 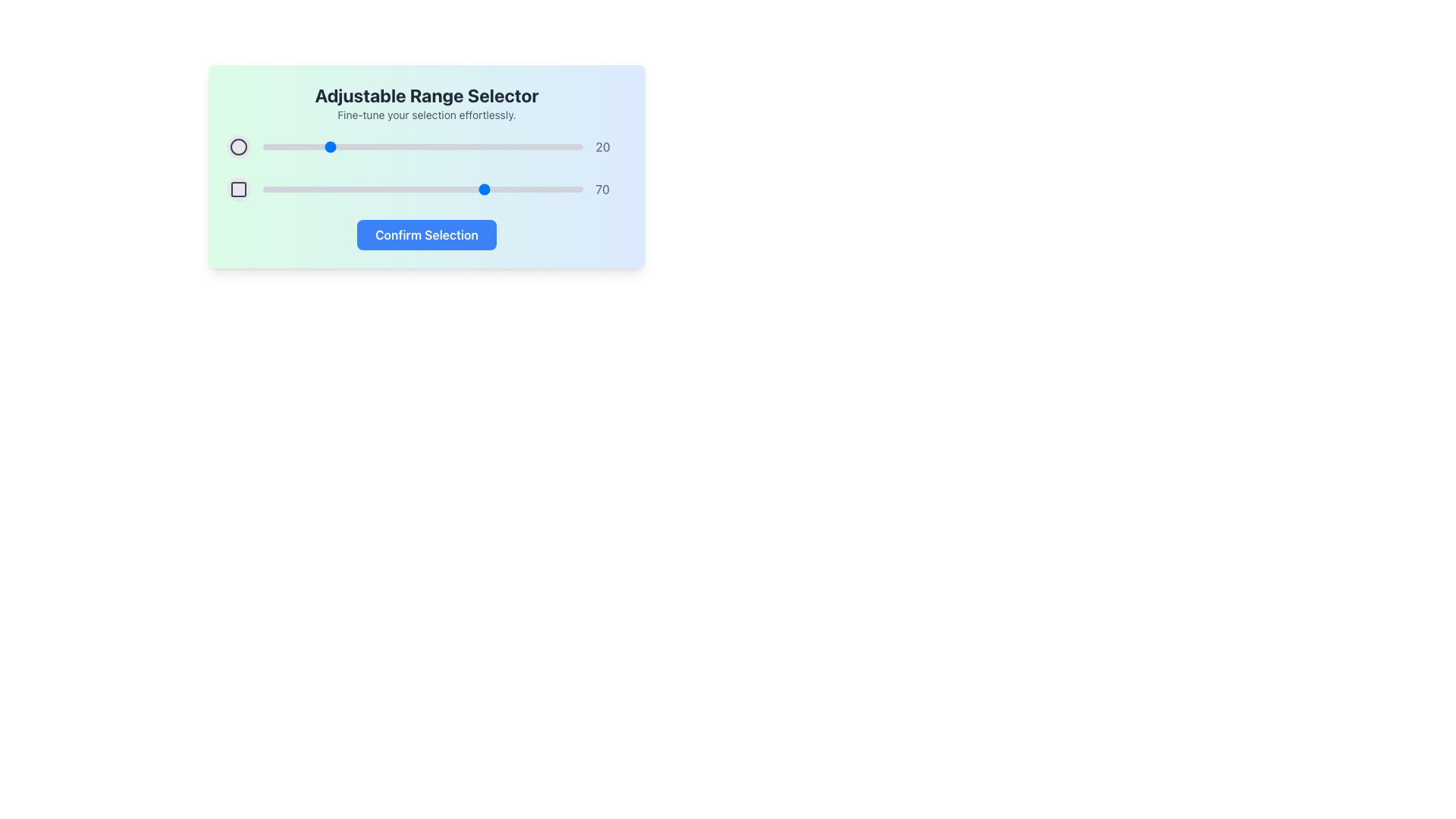 I want to click on the slider, so click(x=378, y=189).